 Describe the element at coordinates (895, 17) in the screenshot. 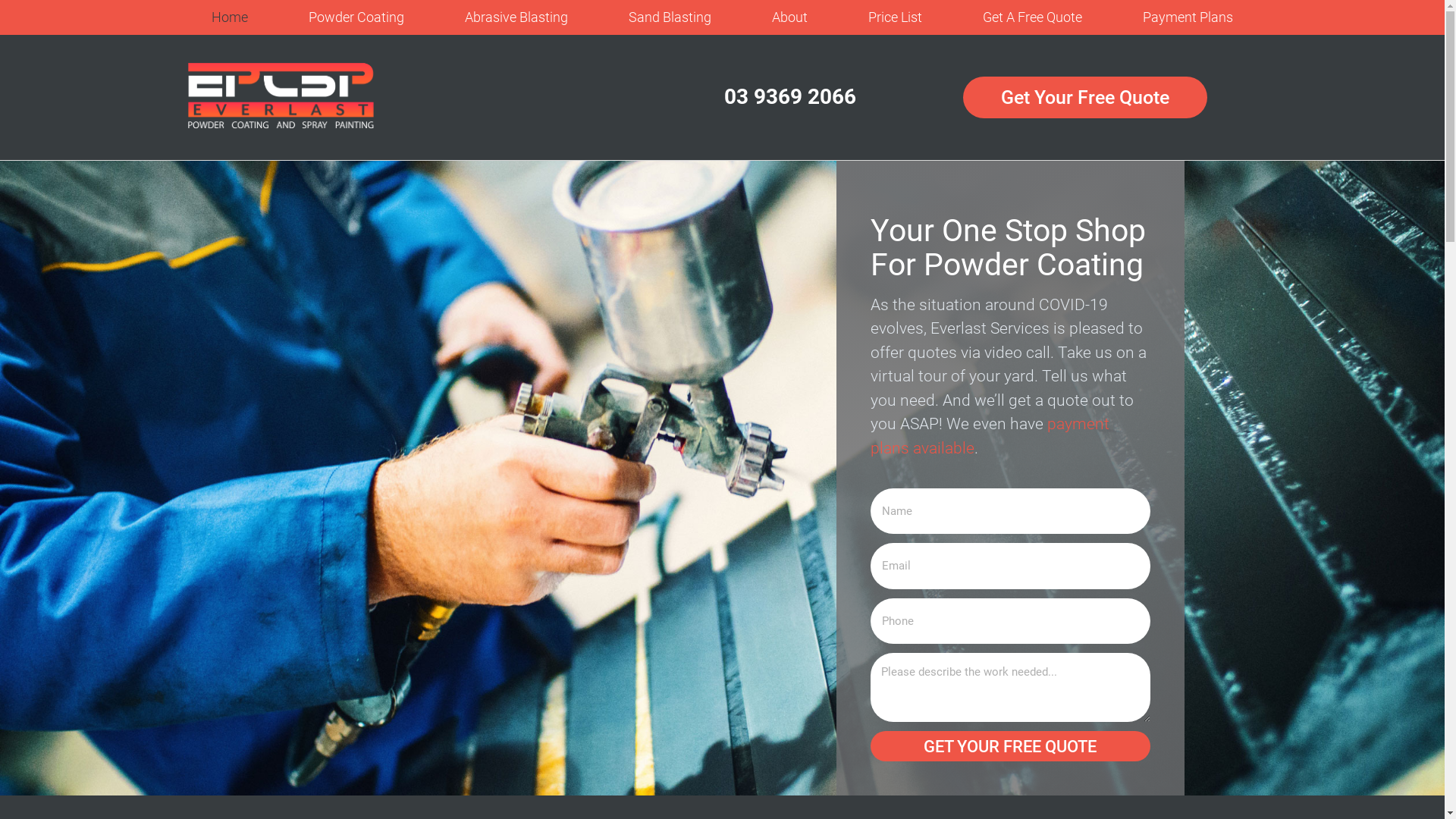

I see `'Price List'` at that location.